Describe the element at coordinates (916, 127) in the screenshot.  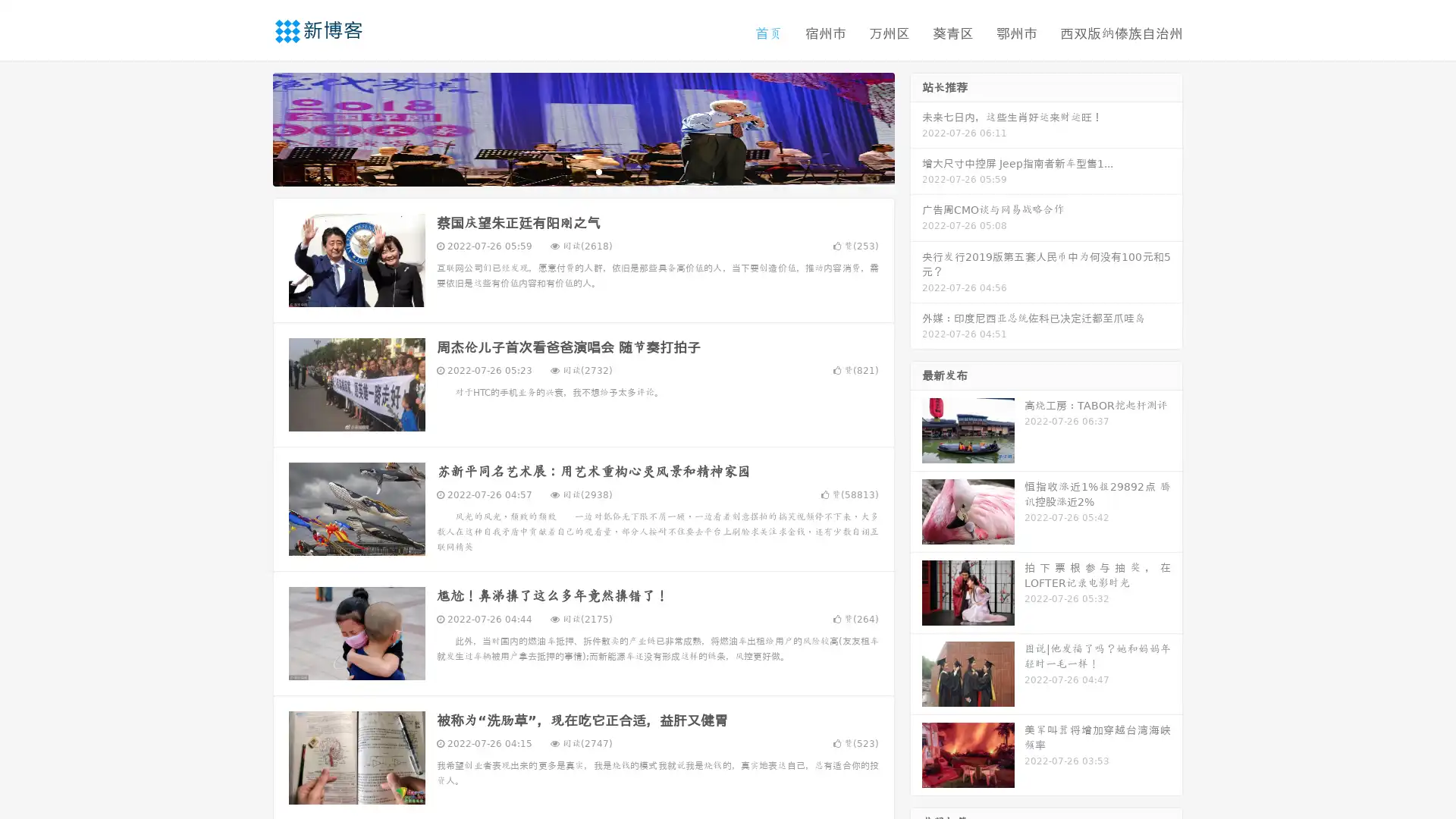
I see `Next slide` at that location.